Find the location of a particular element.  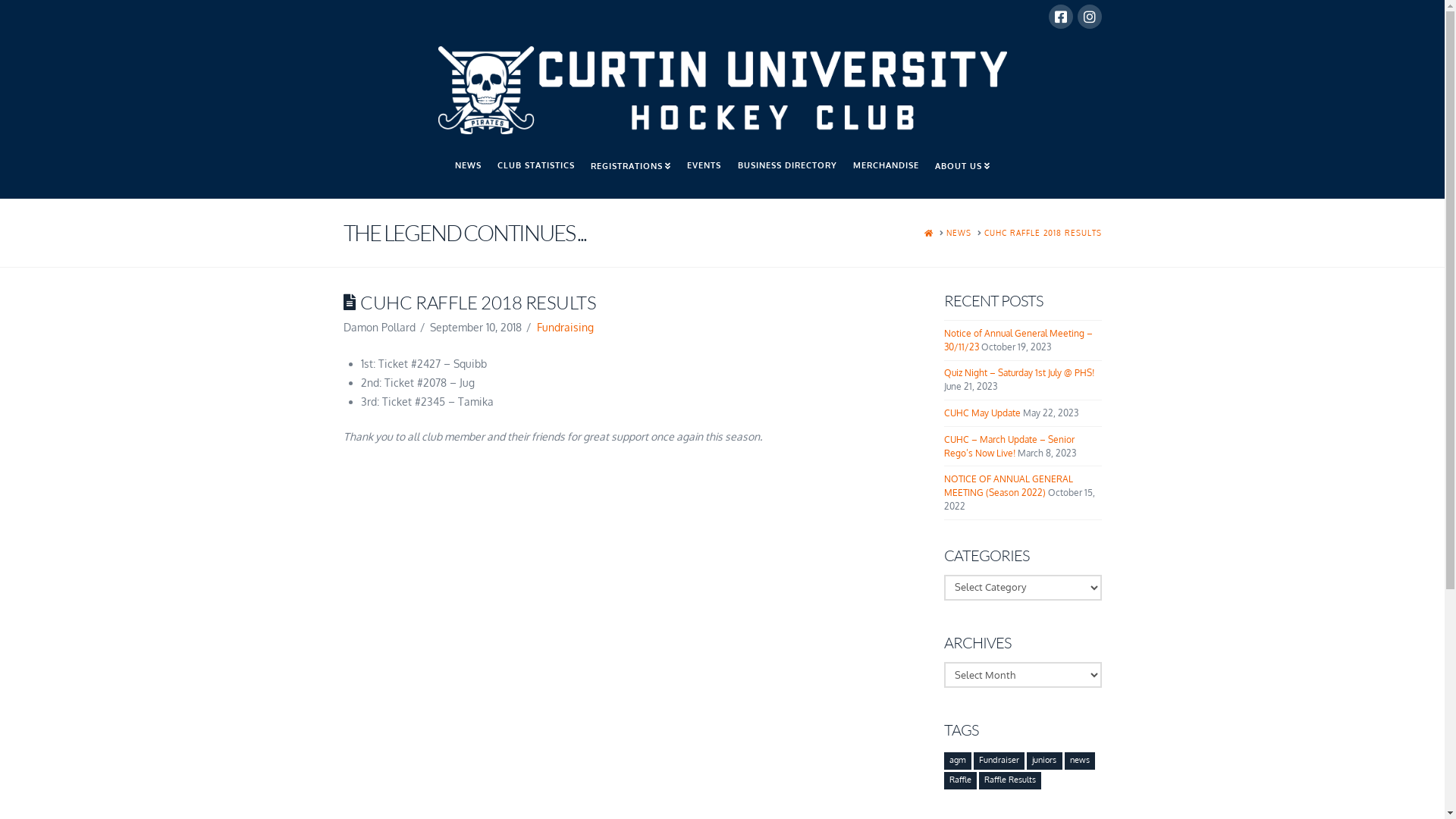

'CLUB STATISTICS' is located at coordinates (535, 171).